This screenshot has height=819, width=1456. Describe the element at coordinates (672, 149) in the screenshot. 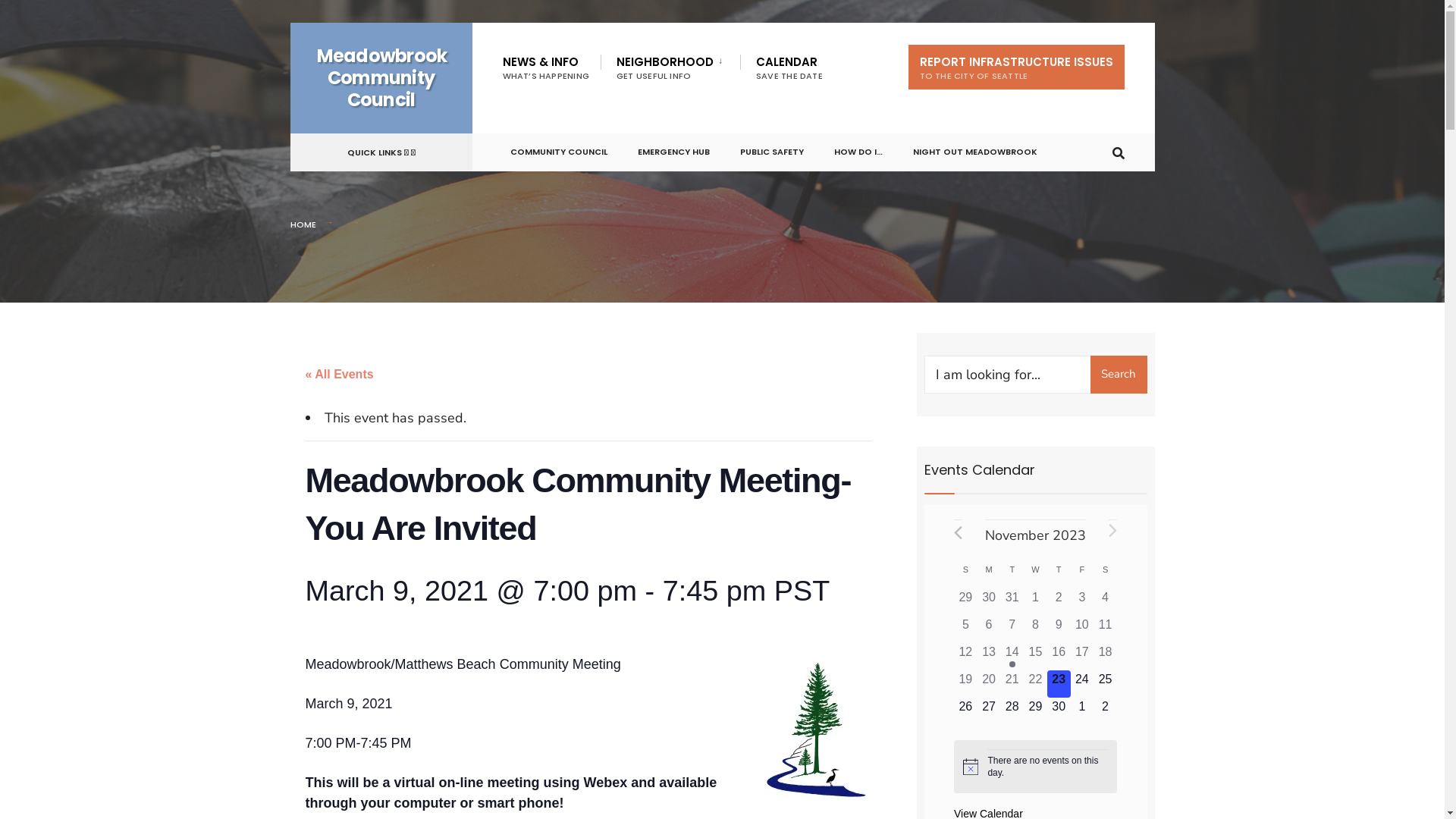

I see `'EMERGENCY HUB'` at that location.